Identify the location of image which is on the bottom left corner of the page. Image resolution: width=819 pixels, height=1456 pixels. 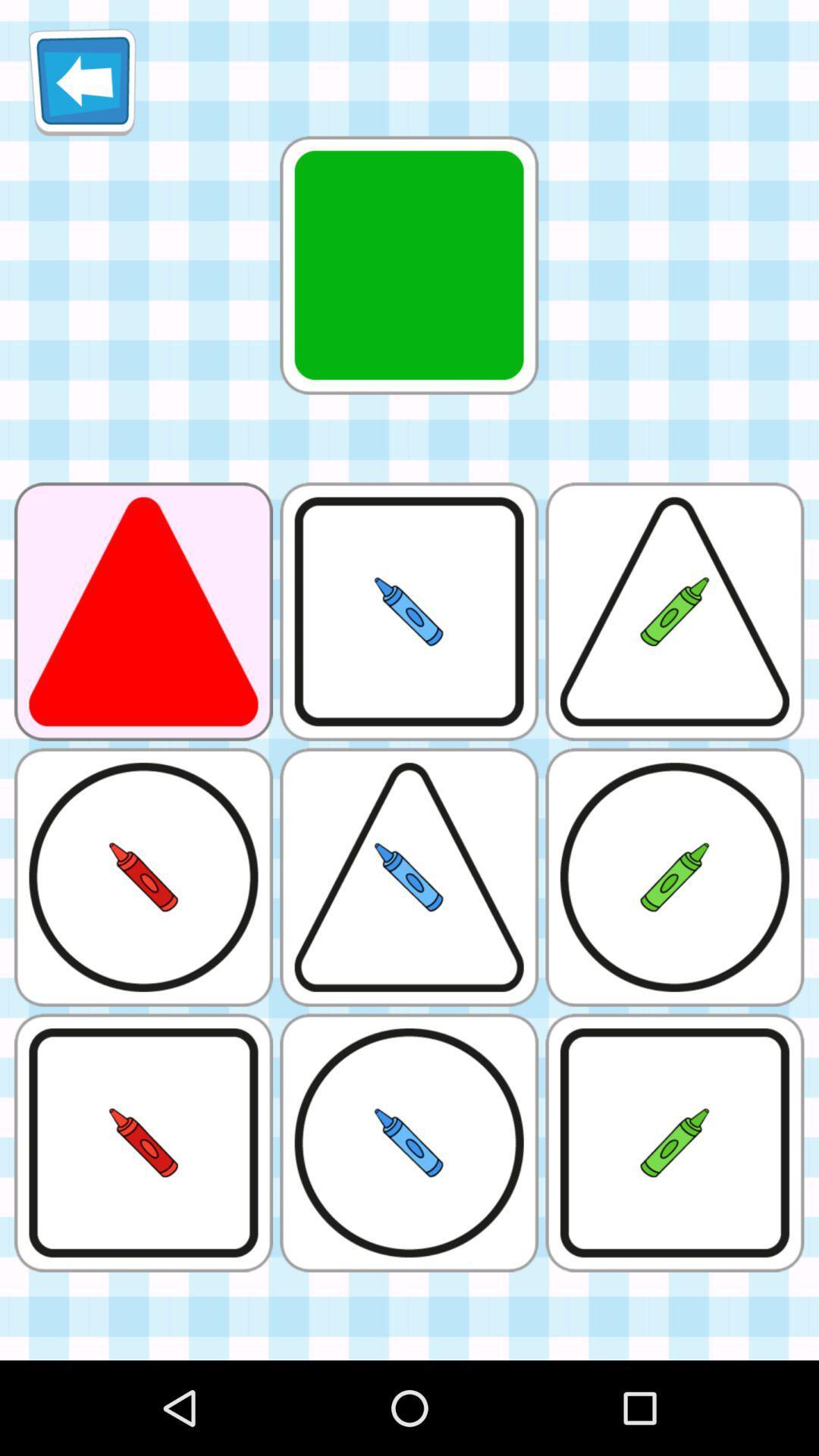
(143, 1143).